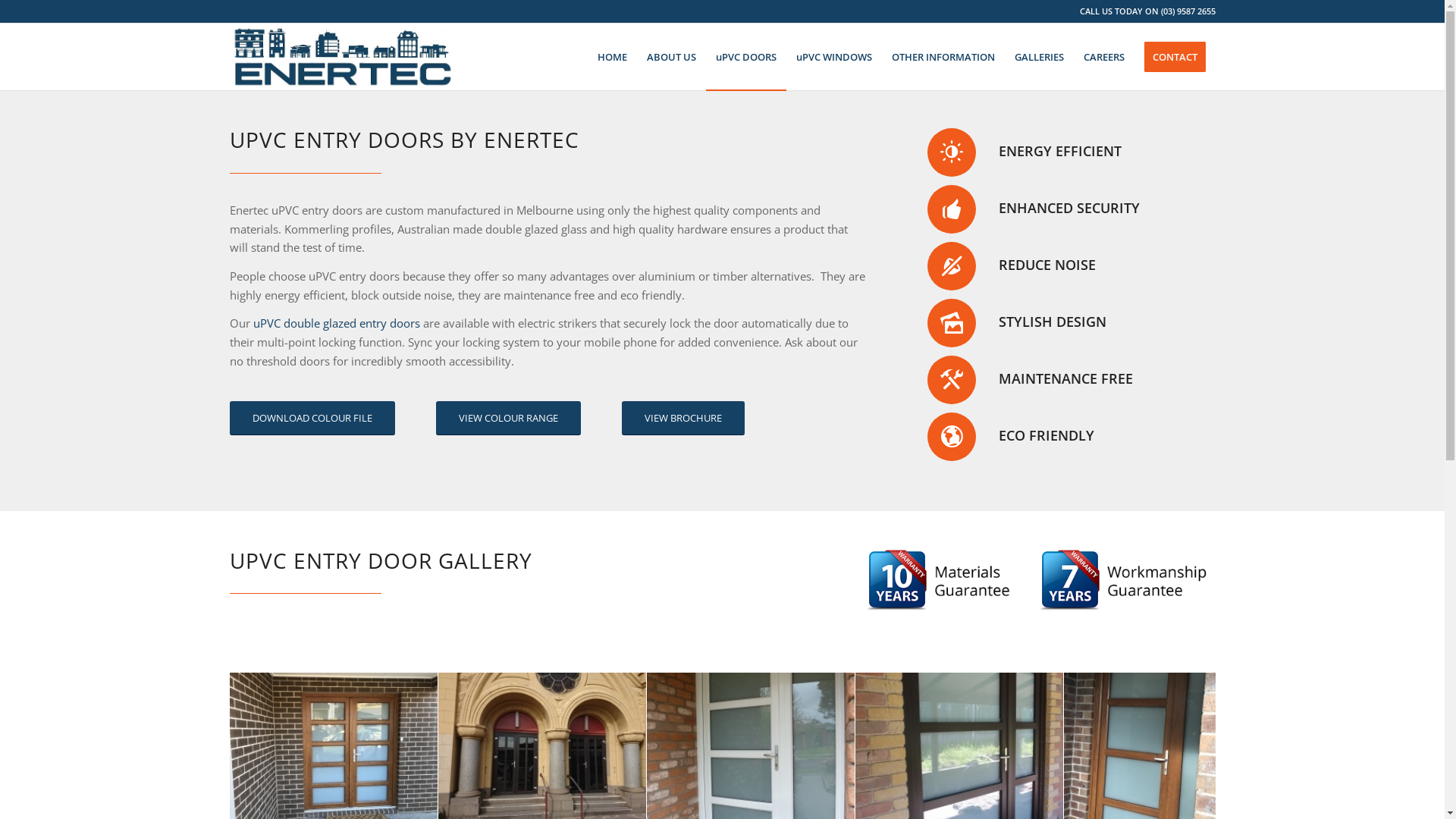  I want to click on 'uPVC double glazed entry doors', so click(335, 322).